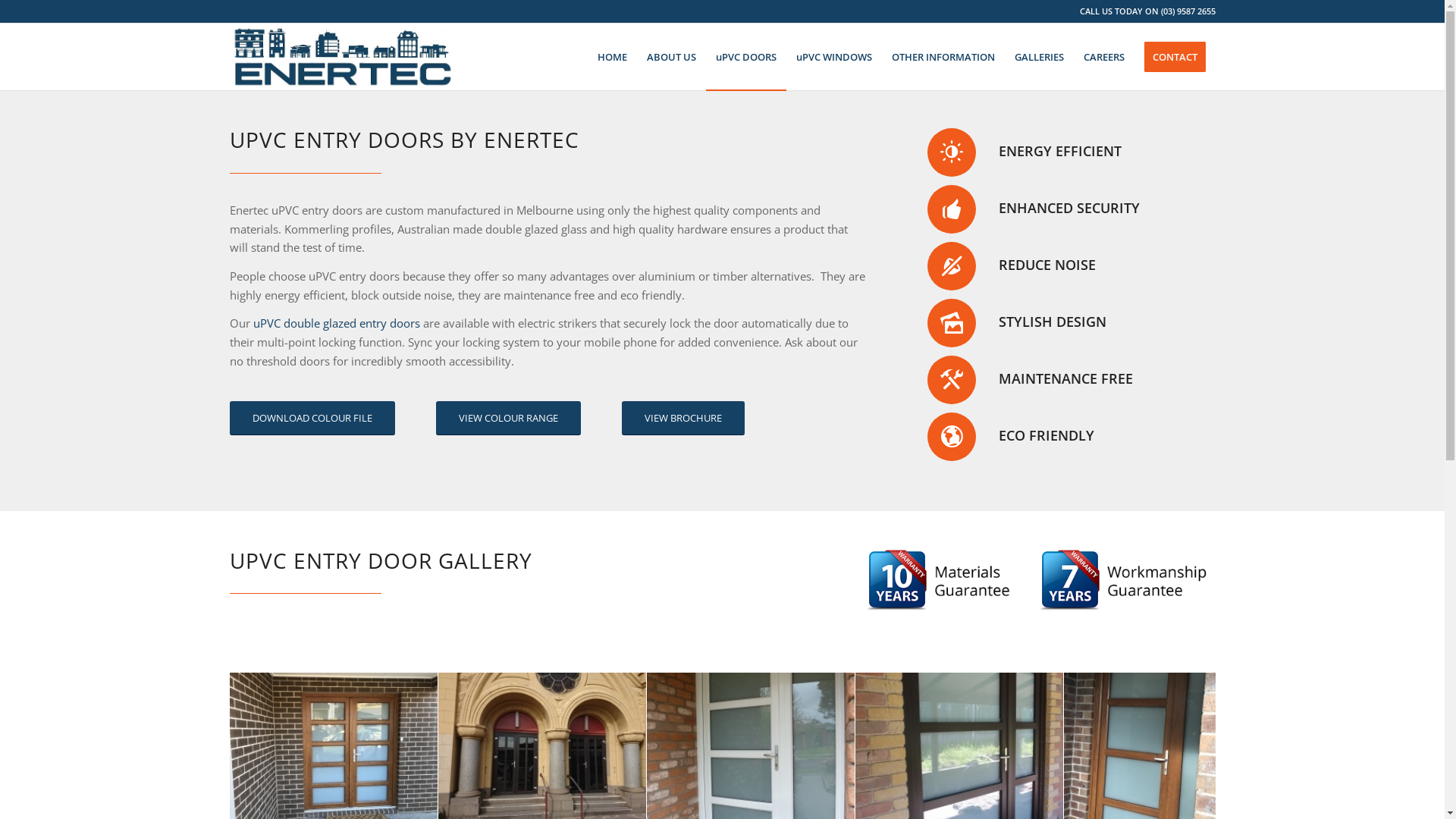  I want to click on 'uPVC double glazed entry doors', so click(335, 322).